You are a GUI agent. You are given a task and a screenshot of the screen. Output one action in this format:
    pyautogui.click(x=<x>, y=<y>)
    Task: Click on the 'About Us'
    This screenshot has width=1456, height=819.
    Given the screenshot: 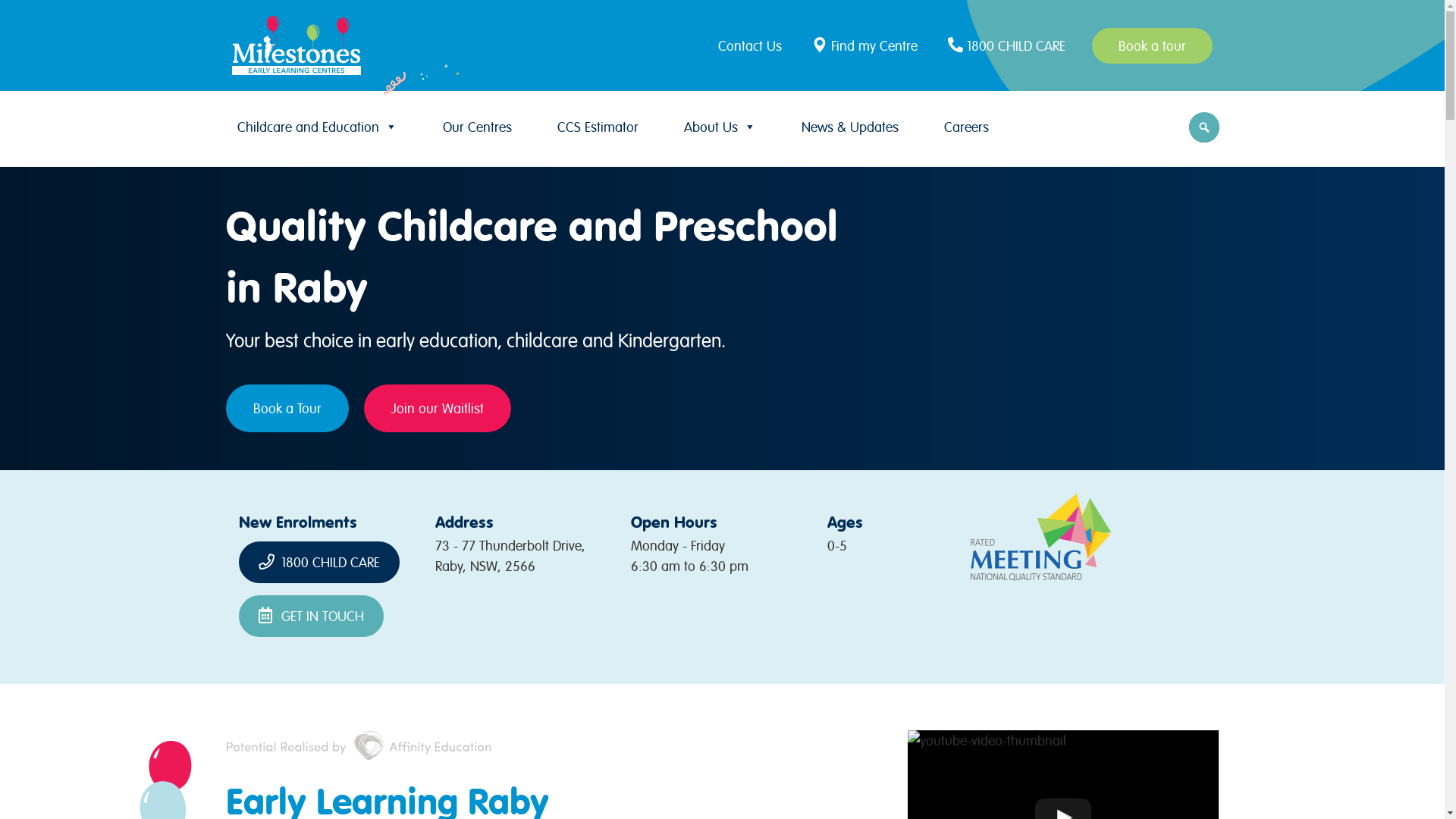 What is the action you would take?
    pyautogui.click(x=719, y=126)
    